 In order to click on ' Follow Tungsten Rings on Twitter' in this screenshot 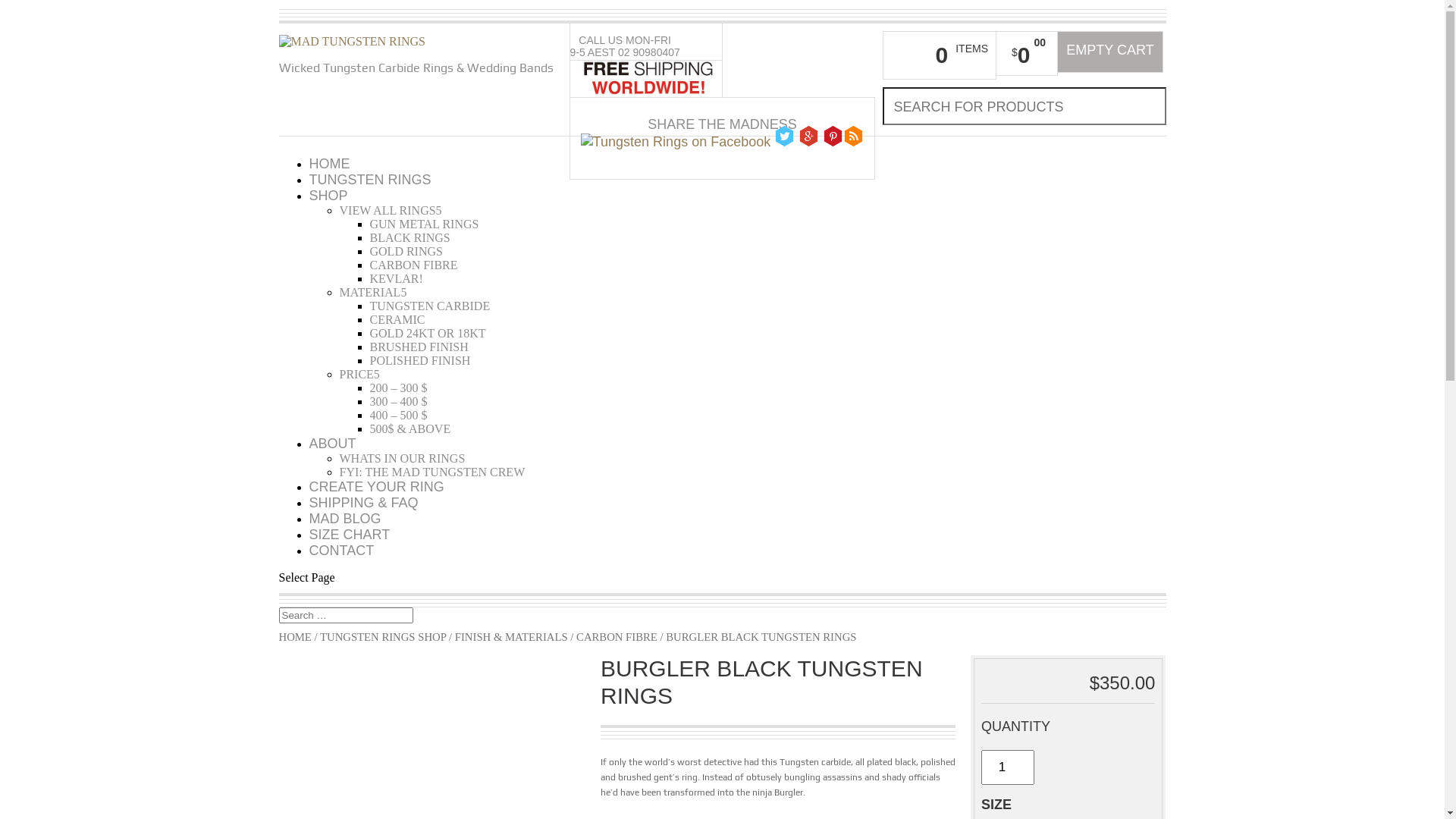, I will do `click(784, 135)`.